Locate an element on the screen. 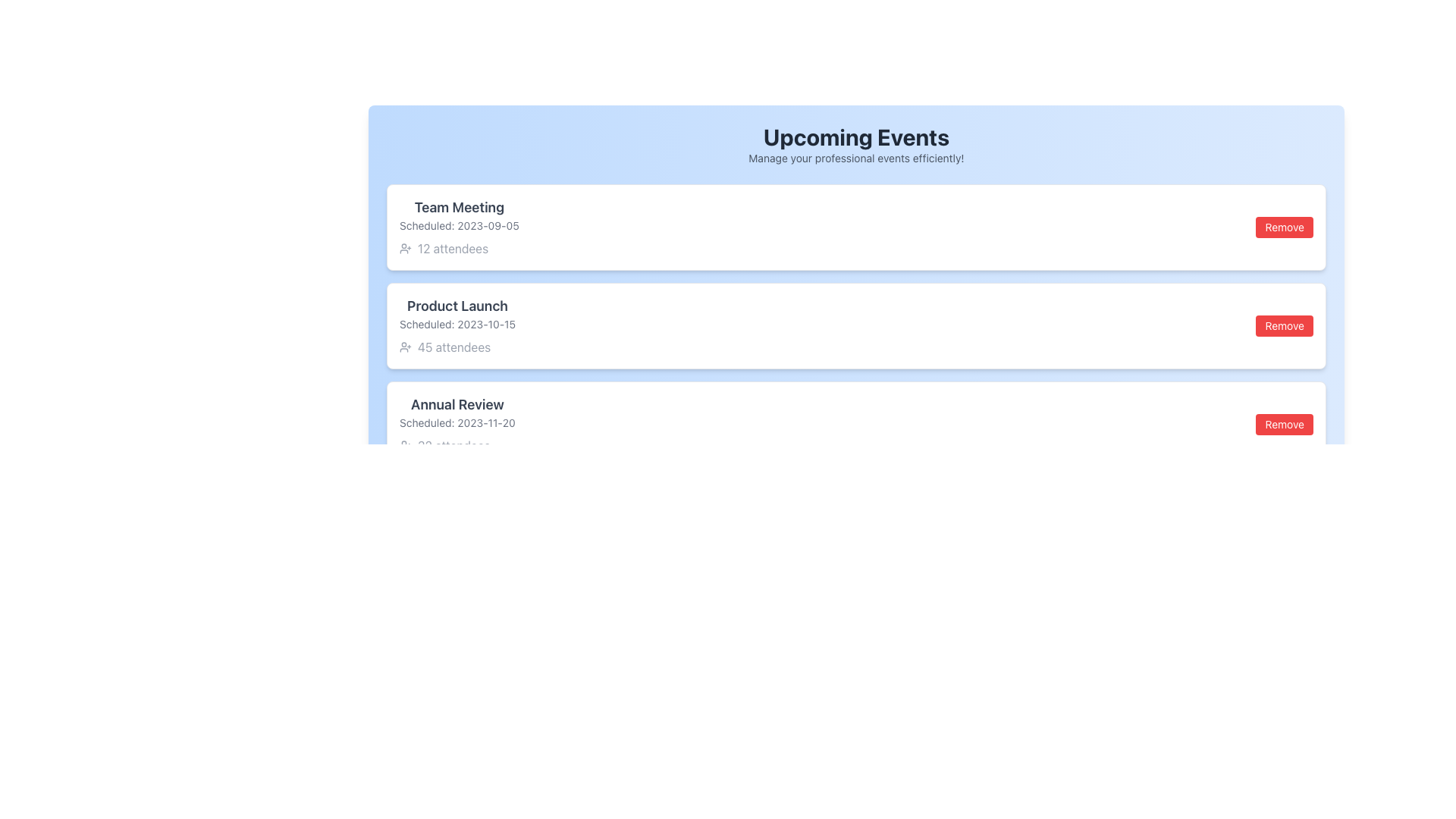  the text displaying '12 attendees' in the 'Team Meeting' event card, which provides the attendee count for the meeting is located at coordinates (452, 247).